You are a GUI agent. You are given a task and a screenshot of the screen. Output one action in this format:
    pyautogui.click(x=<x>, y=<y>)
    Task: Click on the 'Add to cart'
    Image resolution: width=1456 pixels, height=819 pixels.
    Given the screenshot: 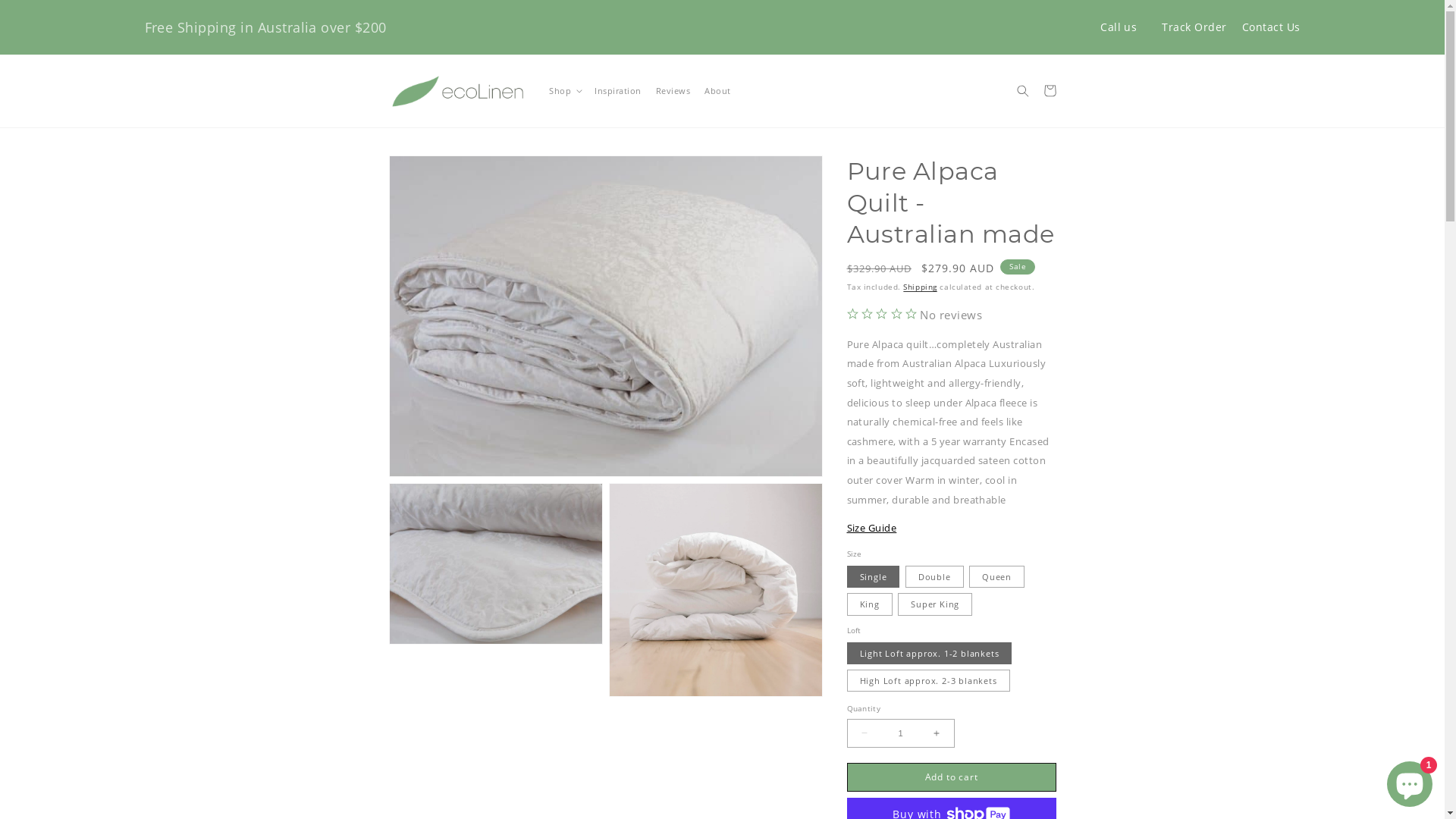 What is the action you would take?
    pyautogui.click(x=949, y=777)
    